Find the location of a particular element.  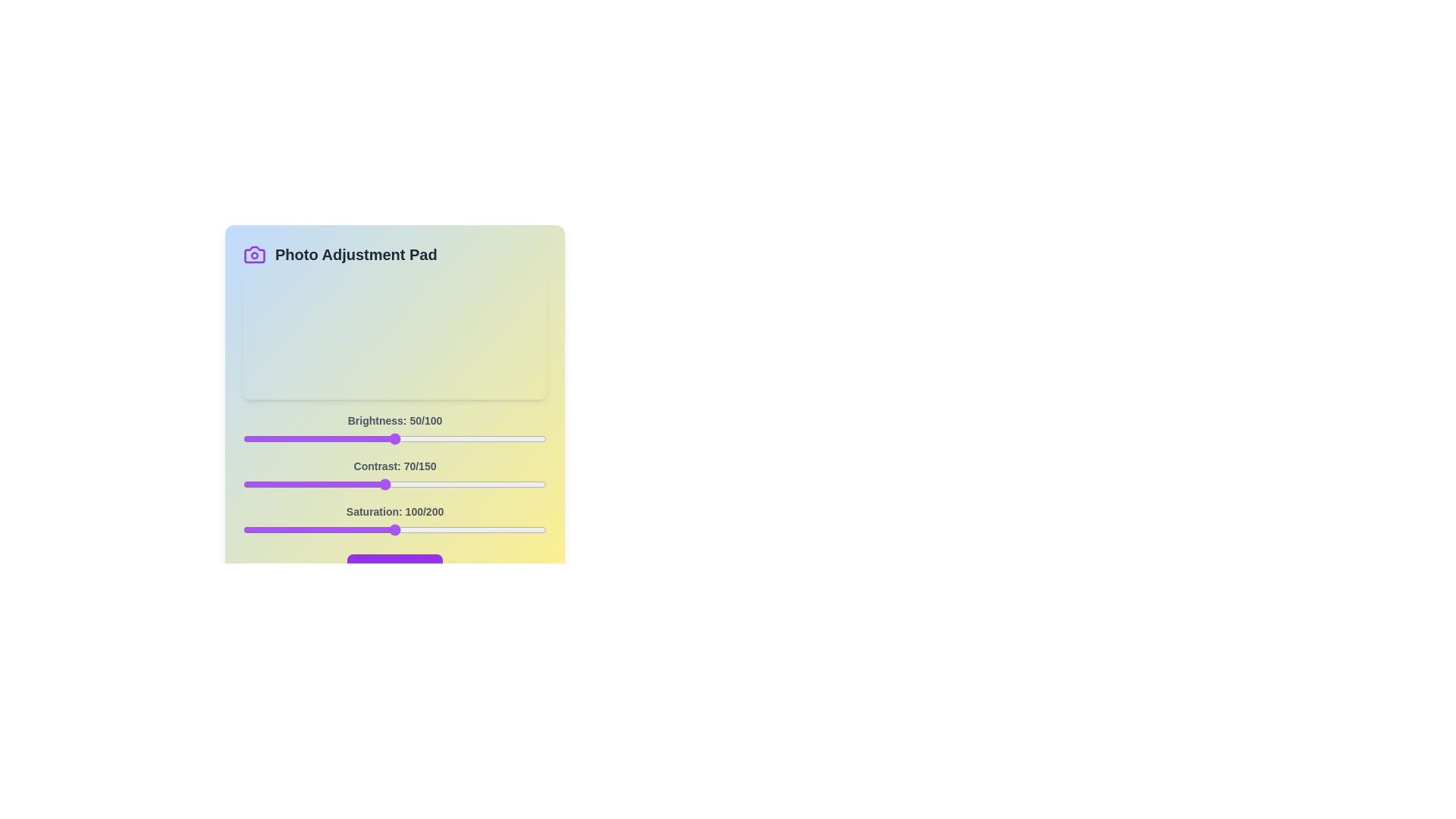

the 1 slider to 36 is located at coordinates (315, 485).